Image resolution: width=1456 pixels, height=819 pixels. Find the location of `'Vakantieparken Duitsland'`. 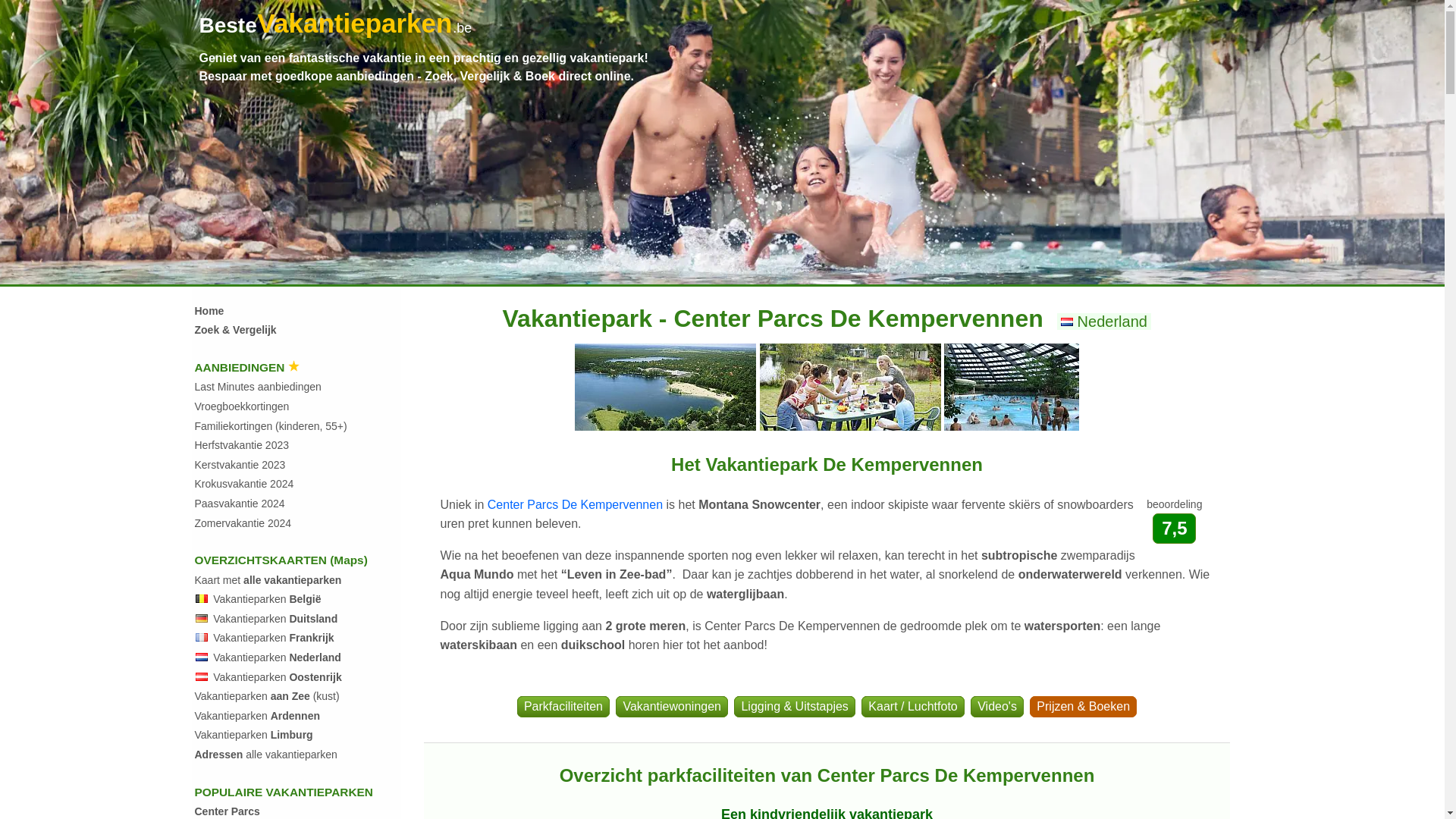

'Vakantieparken Duitsland' is located at coordinates (275, 619).